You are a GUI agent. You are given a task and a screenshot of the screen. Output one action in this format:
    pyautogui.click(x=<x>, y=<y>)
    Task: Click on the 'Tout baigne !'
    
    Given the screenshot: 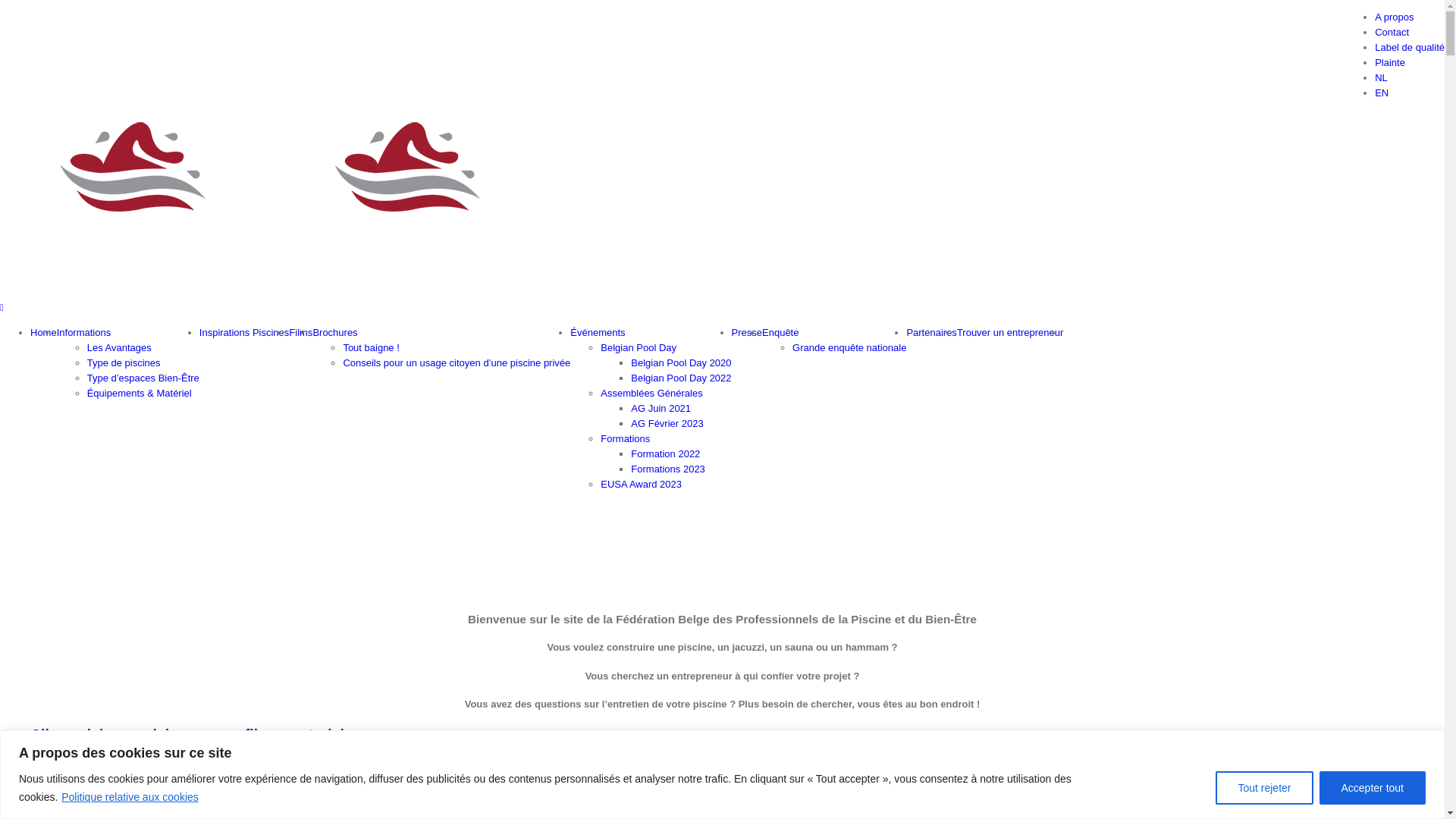 What is the action you would take?
    pyautogui.click(x=371, y=347)
    